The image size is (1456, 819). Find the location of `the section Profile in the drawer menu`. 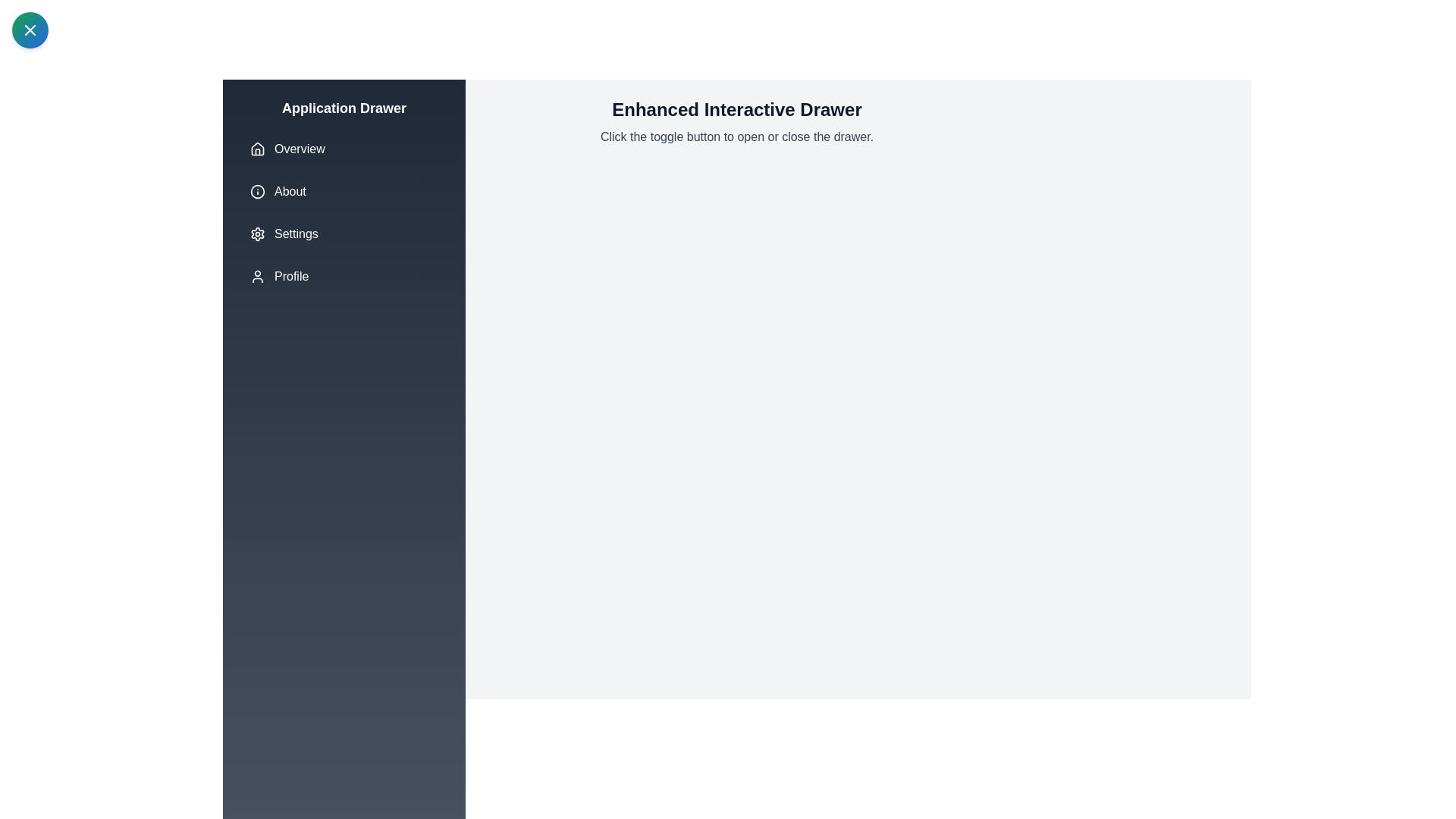

the section Profile in the drawer menu is located at coordinates (344, 277).